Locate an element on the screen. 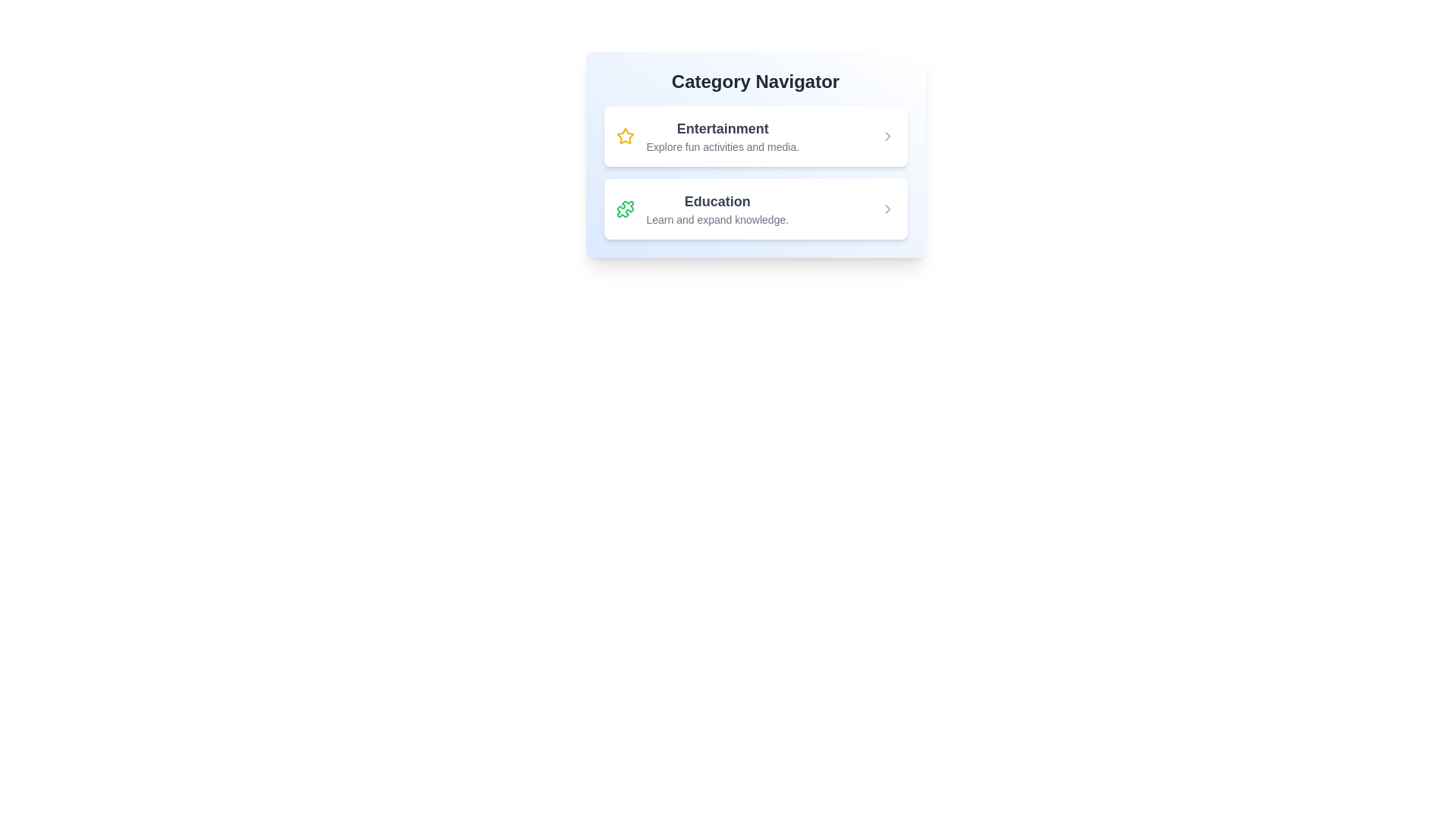 The height and width of the screenshot is (819, 1456). the 'Entertainment' text block in the 'Category Navigator' section is located at coordinates (722, 136).